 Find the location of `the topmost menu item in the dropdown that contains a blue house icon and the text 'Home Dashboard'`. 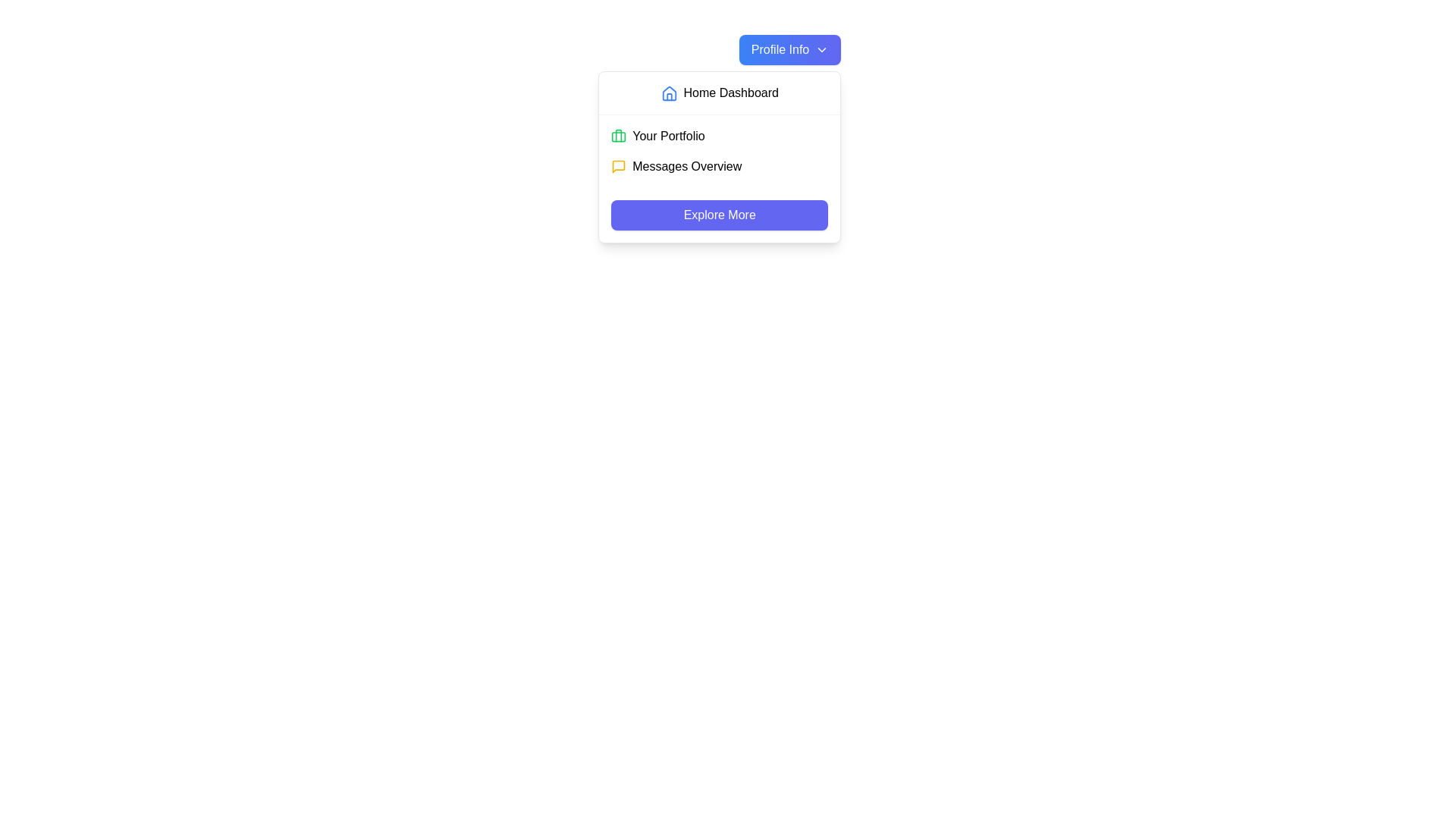

the topmost menu item in the dropdown that contains a blue house icon and the text 'Home Dashboard' is located at coordinates (719, 93).